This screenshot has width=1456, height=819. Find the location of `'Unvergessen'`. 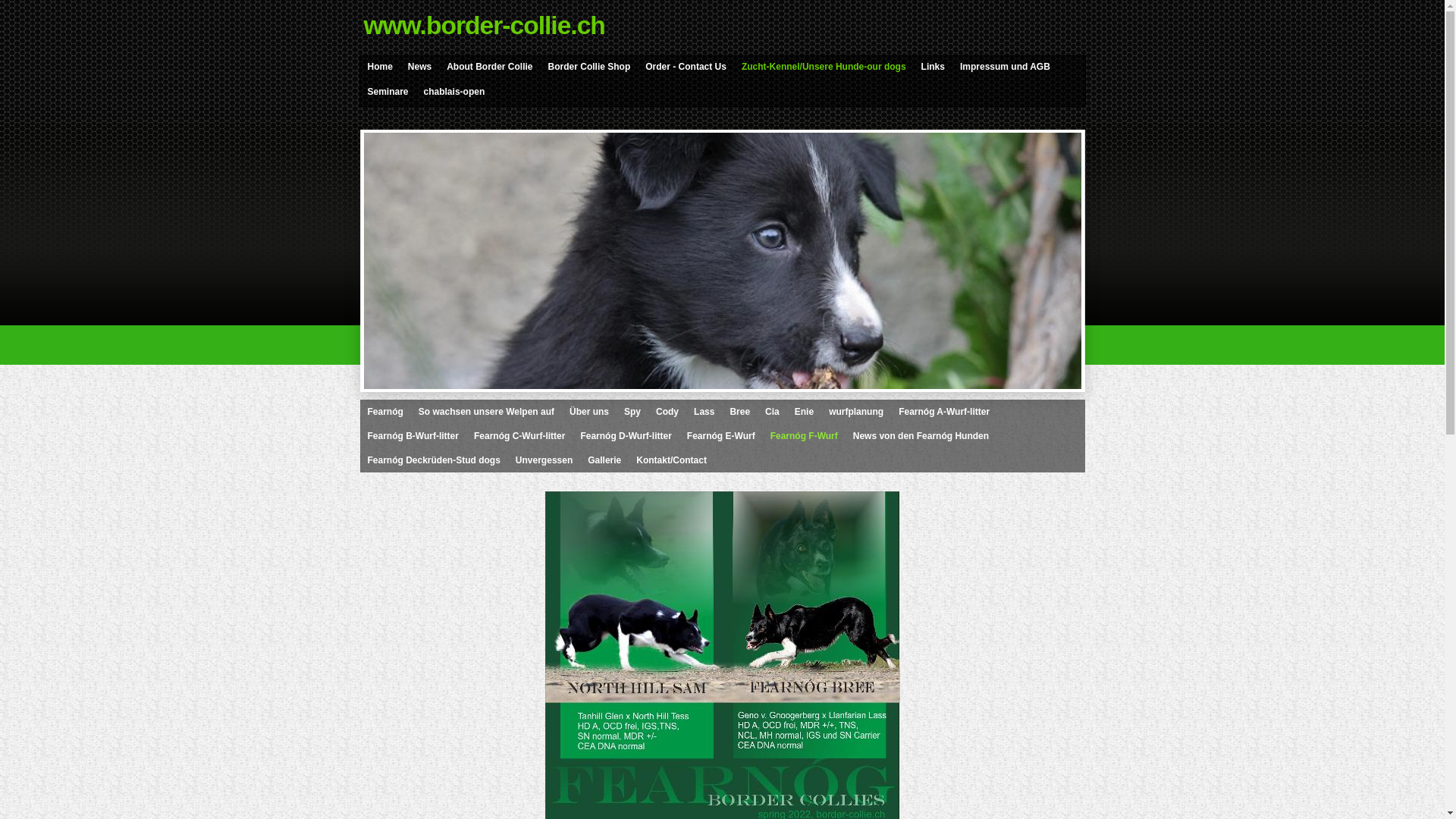

'Unvergessen' is located at coordinates (544, 459).